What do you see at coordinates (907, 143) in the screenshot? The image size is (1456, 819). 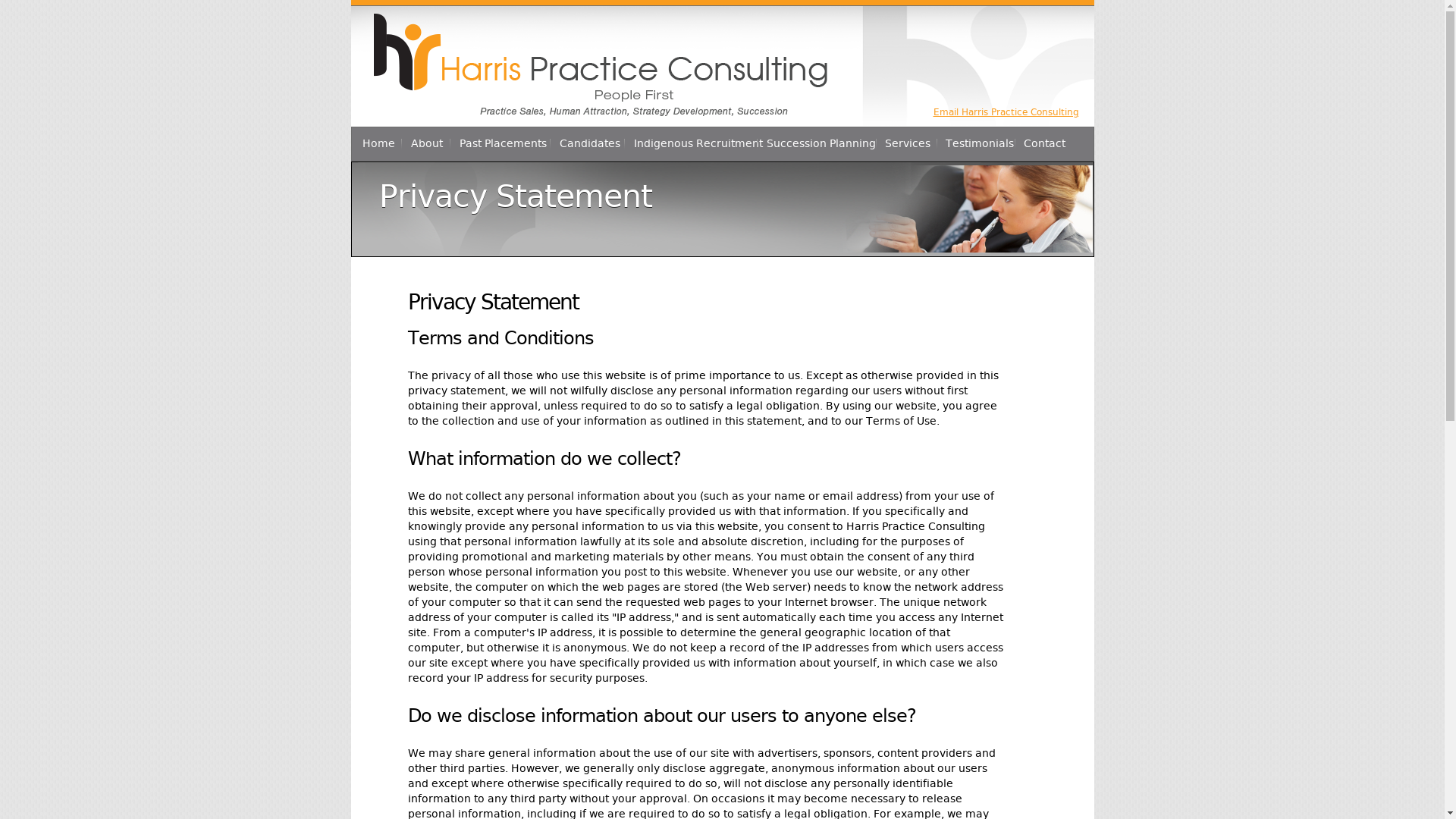 I see `'Services'` at bounding box center [907, 143].